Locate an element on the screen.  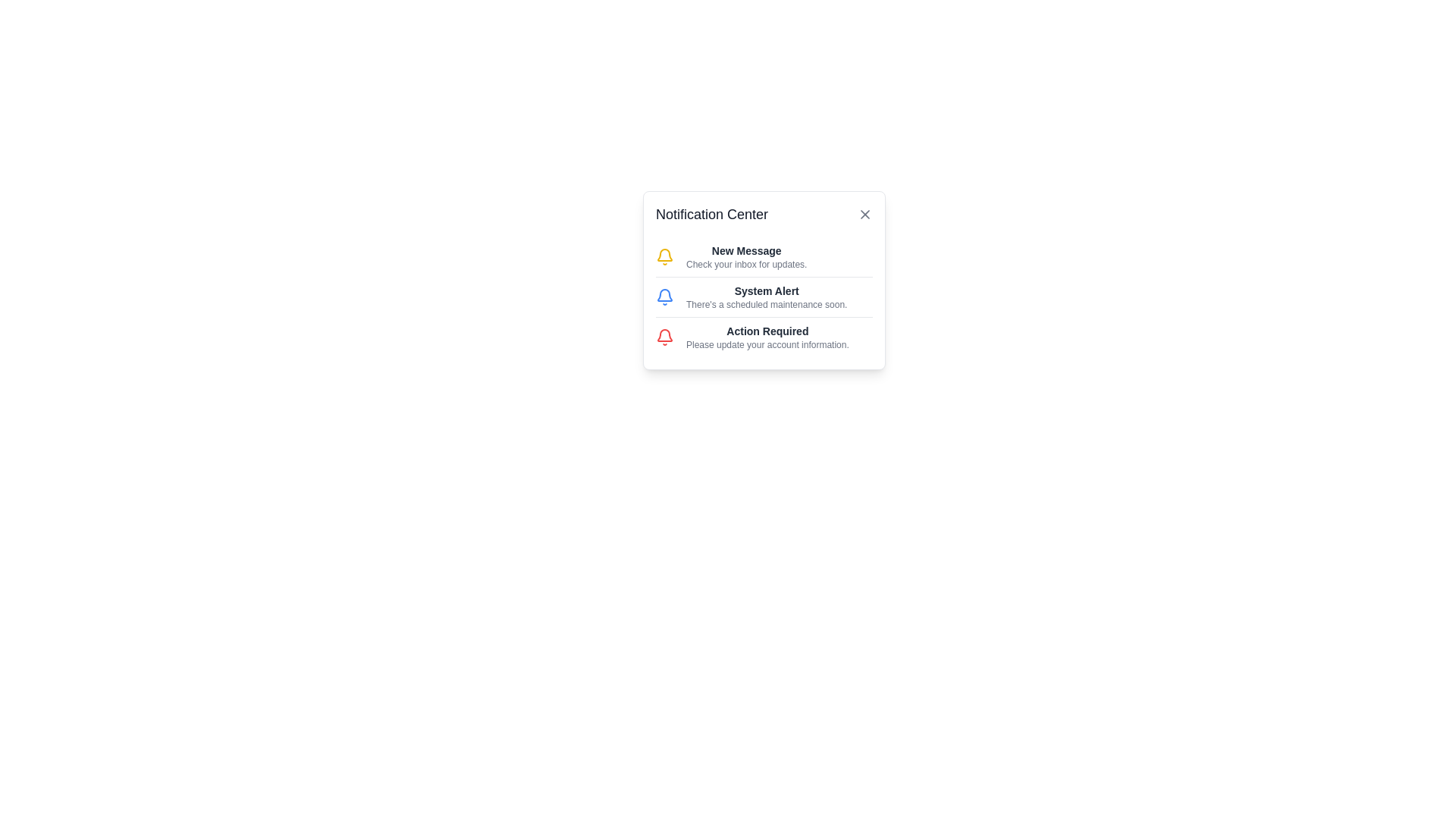
the bell-shaped notification icon styled in vibrant blue, located next to the 'System Alert' text is located at coordinates (665, 297).